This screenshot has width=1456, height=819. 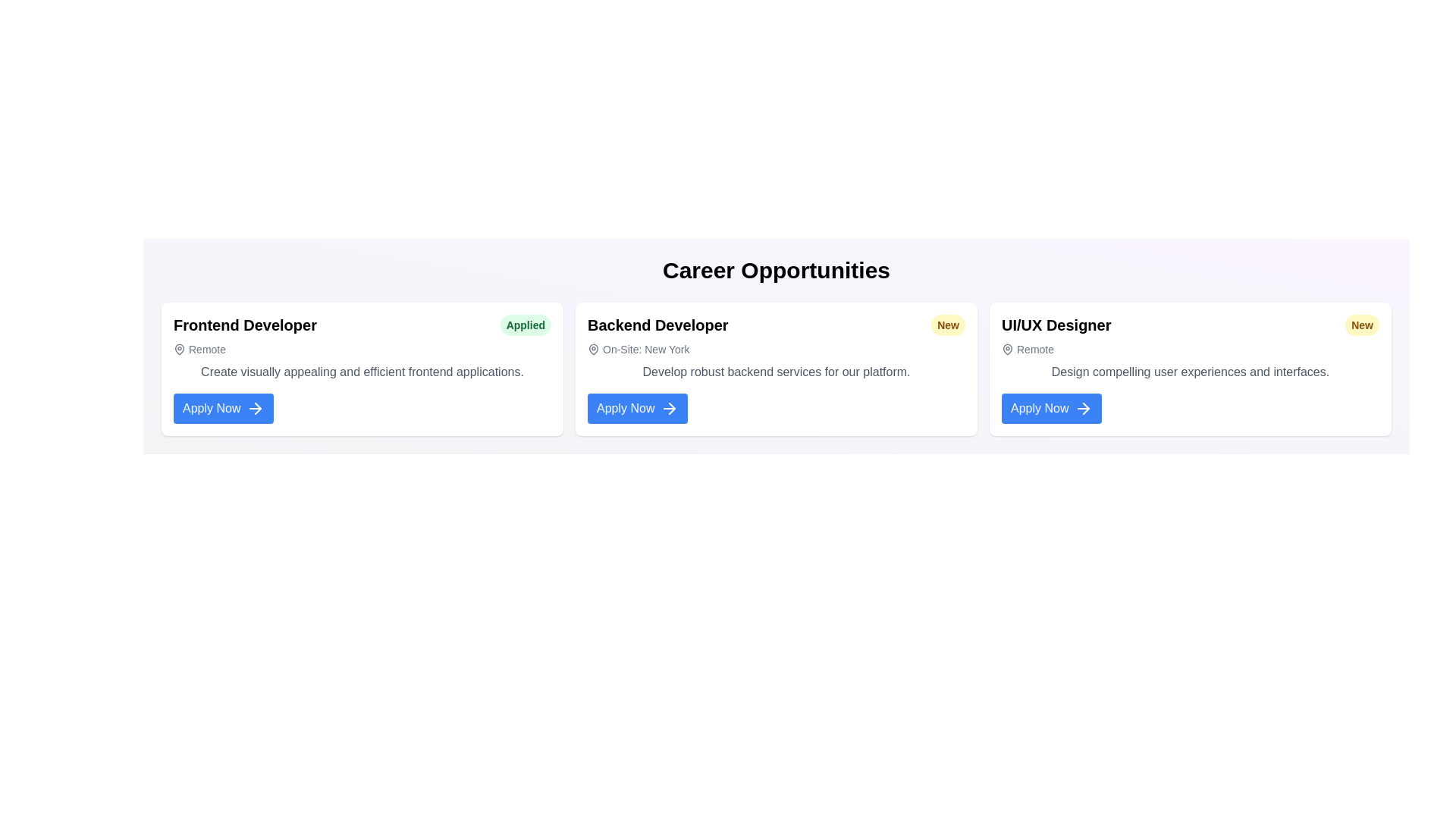 I want to click on the large, bold heading displaying 'Career Opportunities', which is centrally positioned above job listings, so click(x=776, y=270).